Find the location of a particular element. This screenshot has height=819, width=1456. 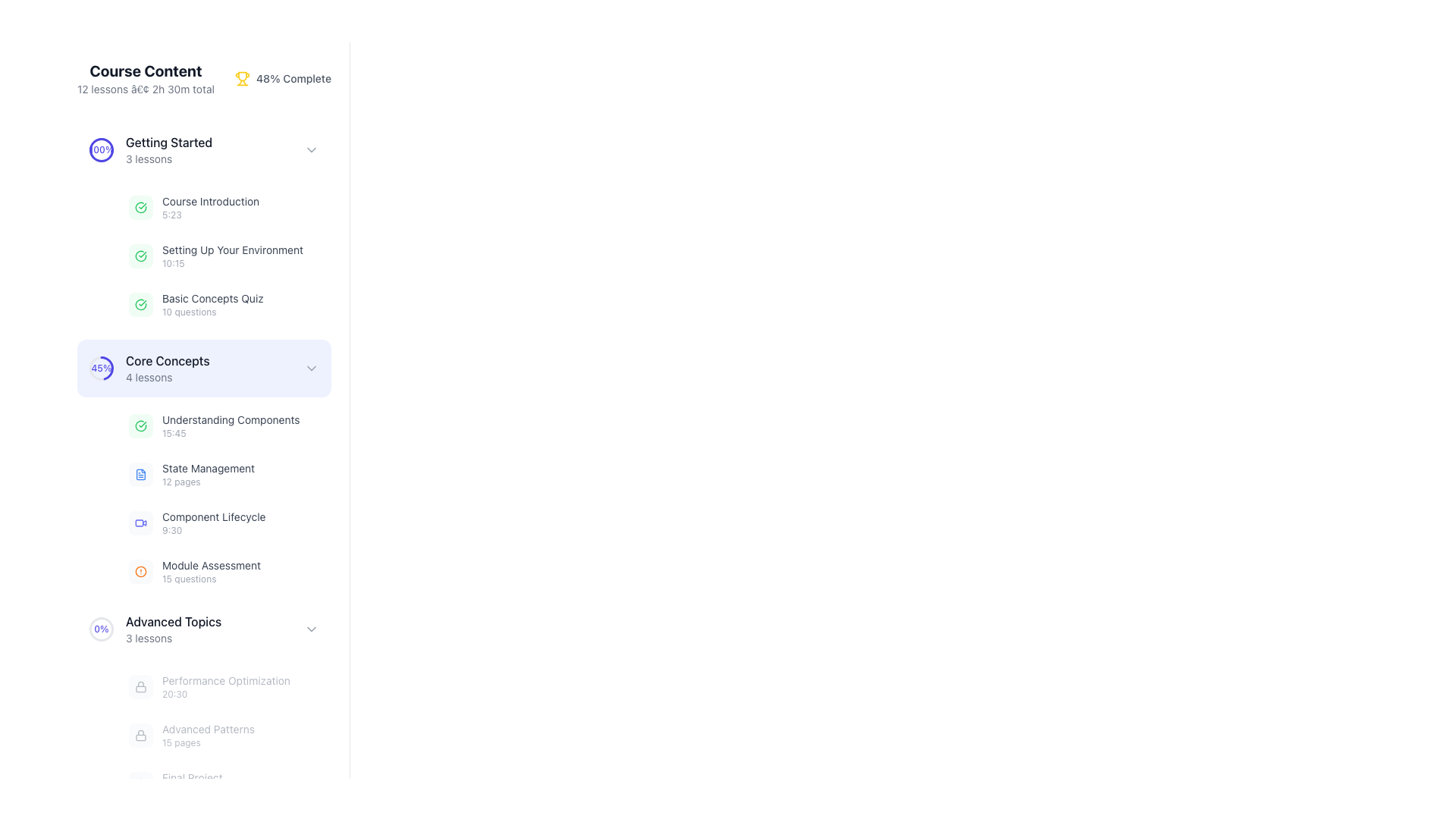

the 'Advanced Topics' module summary block is located at coordinates (155, 629).